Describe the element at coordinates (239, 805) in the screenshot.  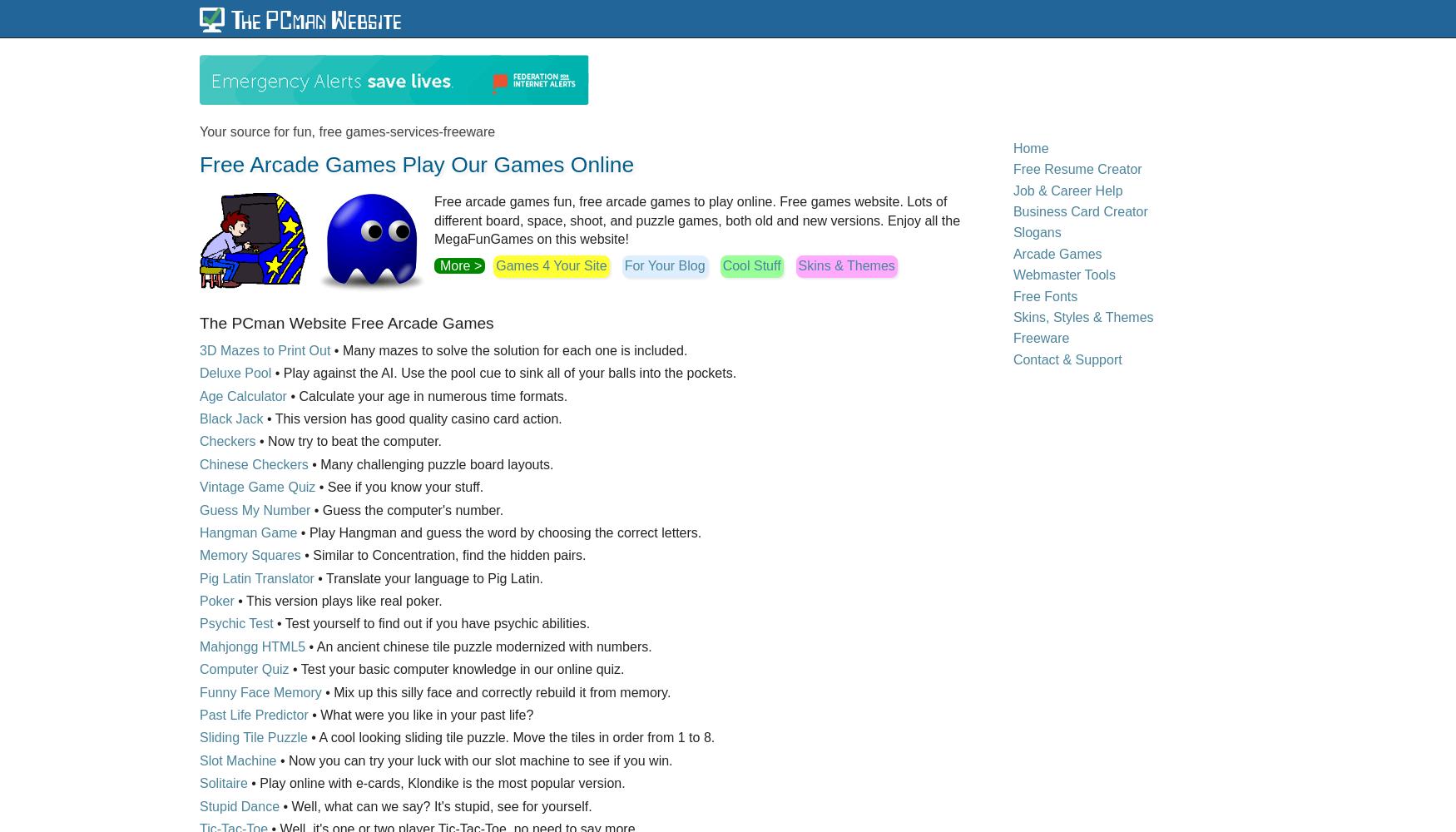
I see `'Stupid Dance'` at that location.